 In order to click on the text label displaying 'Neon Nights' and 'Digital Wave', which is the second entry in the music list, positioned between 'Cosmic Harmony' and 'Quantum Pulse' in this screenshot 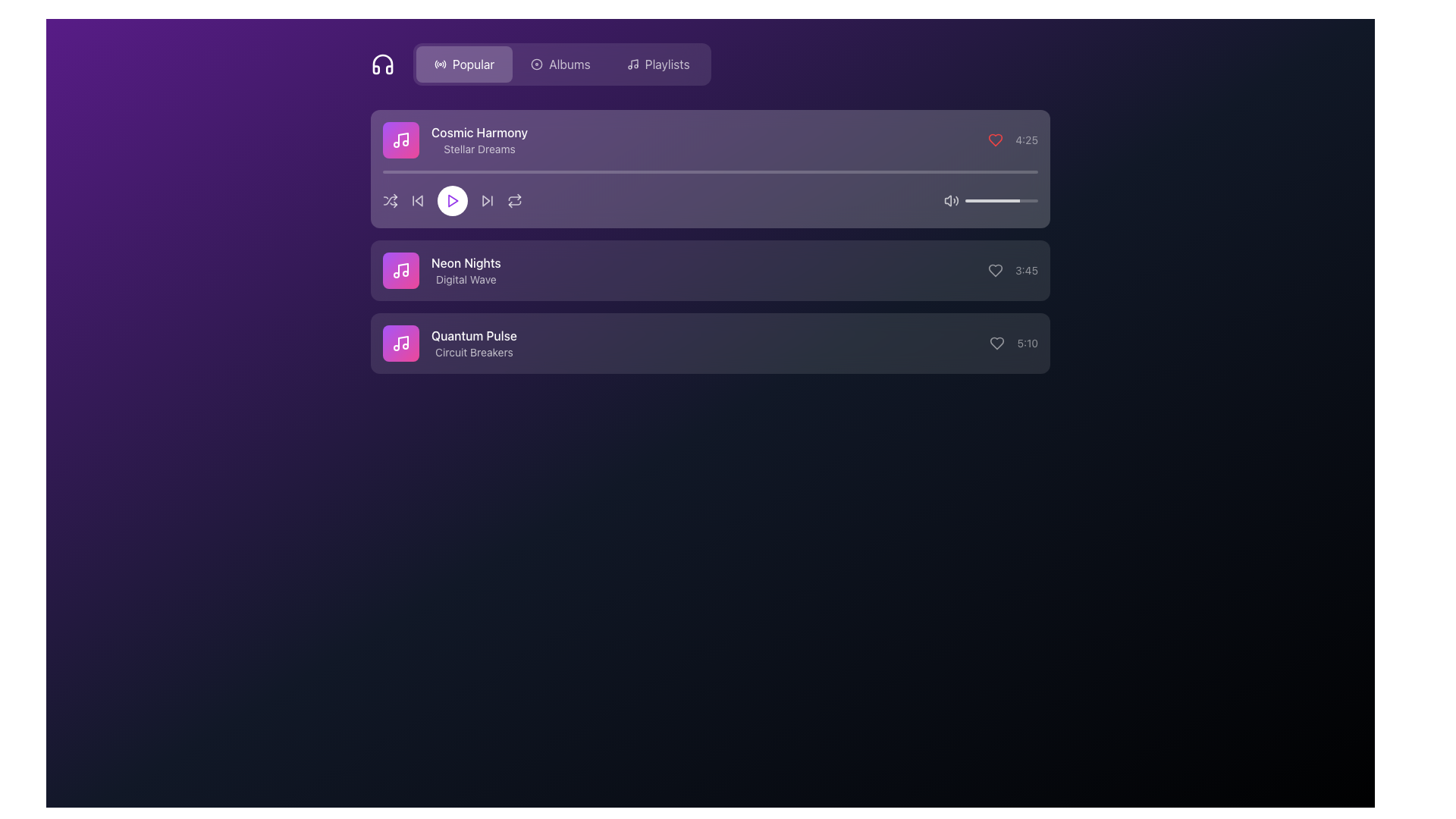, I will do `click(465, 270)`.